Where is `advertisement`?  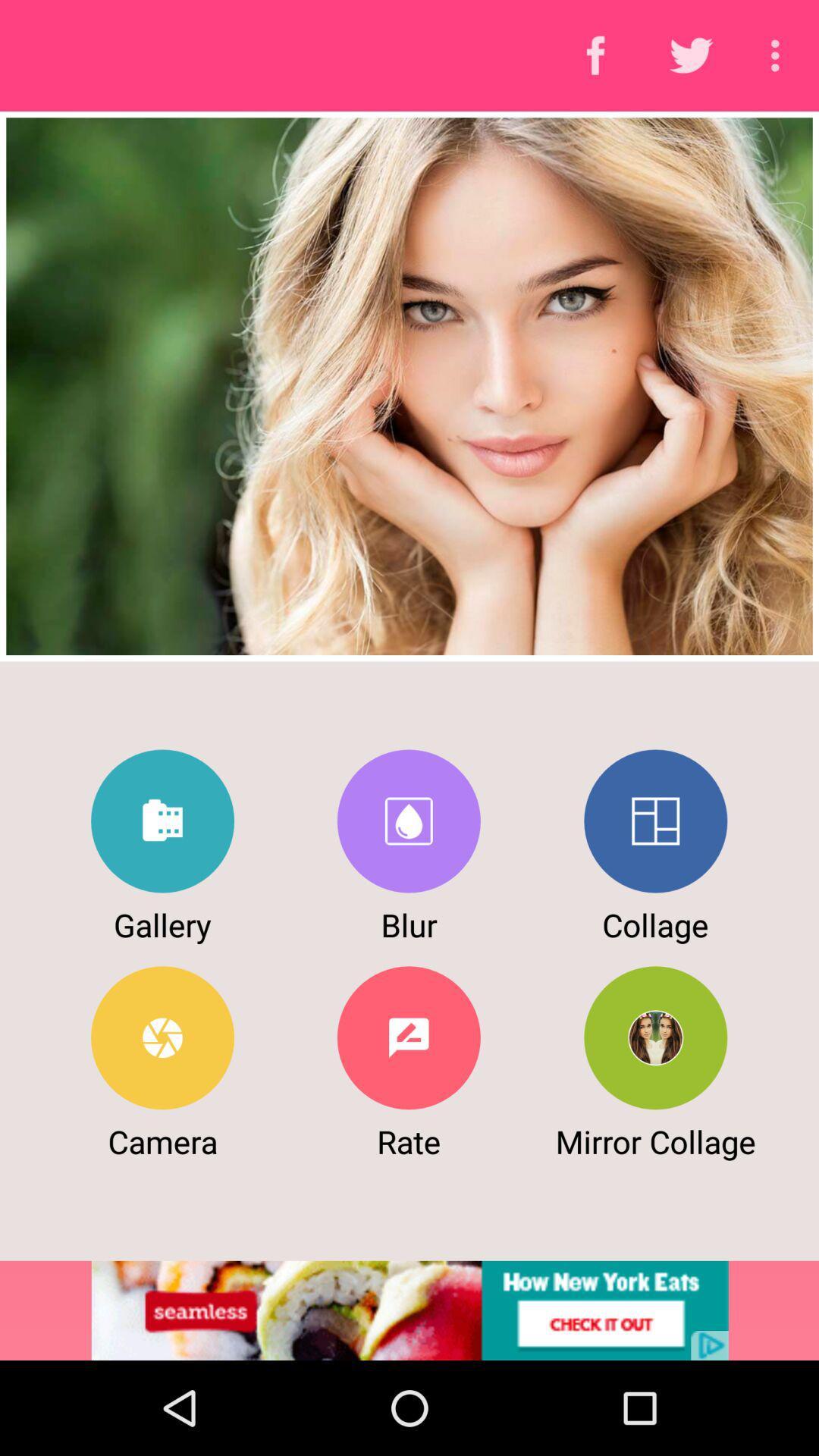
advertisement is located at coordinates (409, 1310).